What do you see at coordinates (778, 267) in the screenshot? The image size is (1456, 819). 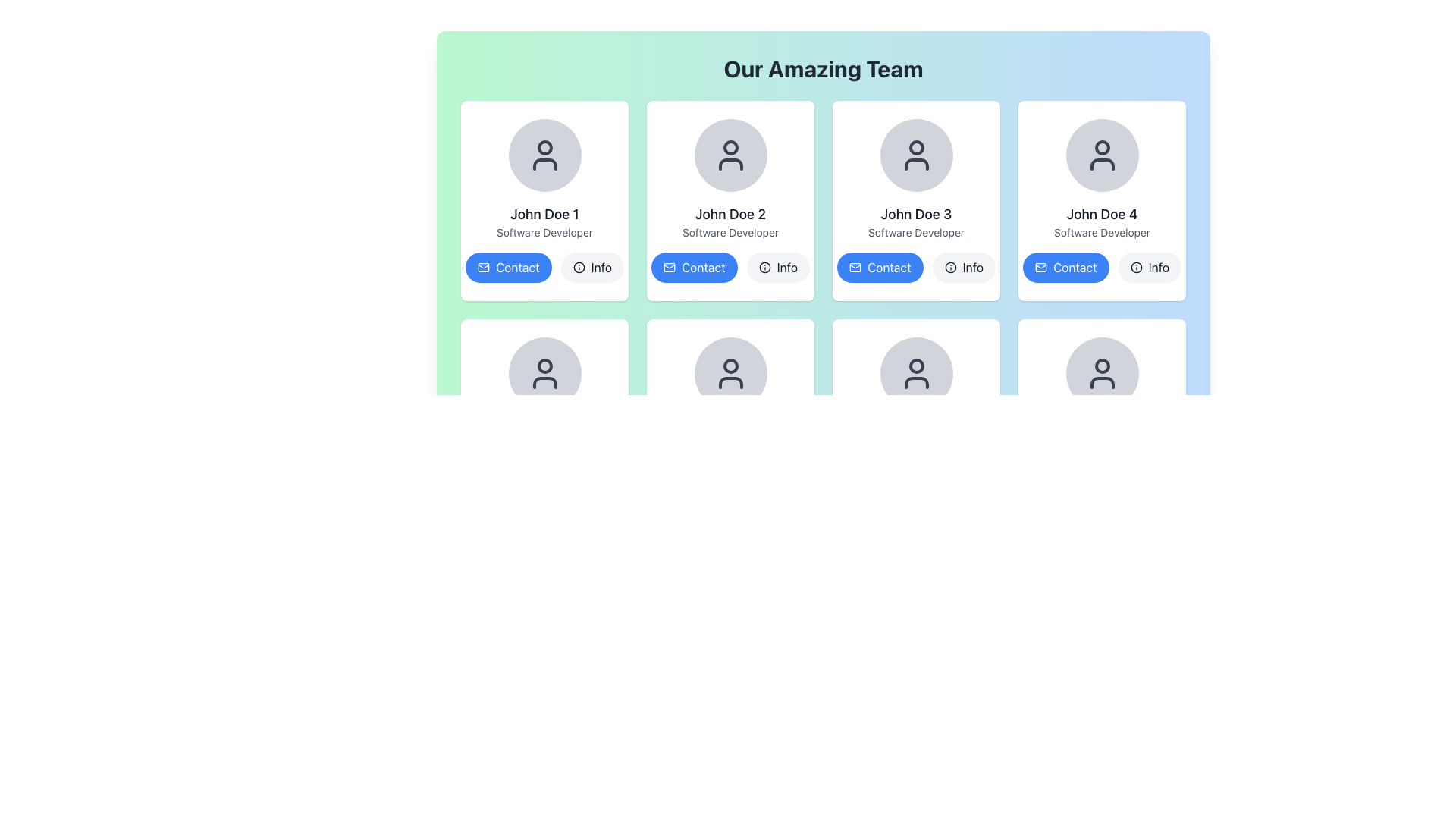 I see `the rounded rectangular button labeled 'Info' with an information icon, located` at bounding box center [778, 267].